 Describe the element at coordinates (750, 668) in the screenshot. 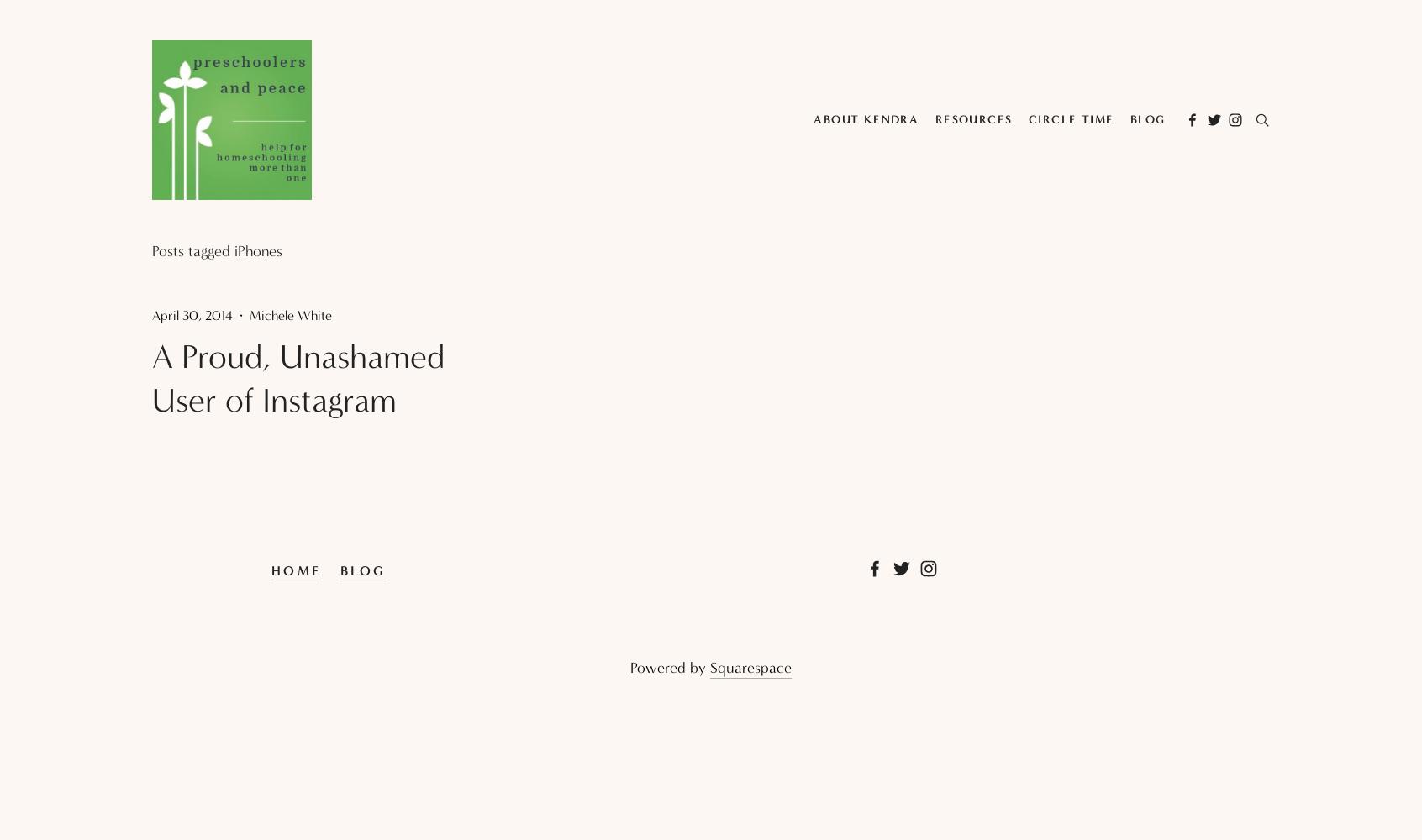

I see `'Squarespace'` at that location.